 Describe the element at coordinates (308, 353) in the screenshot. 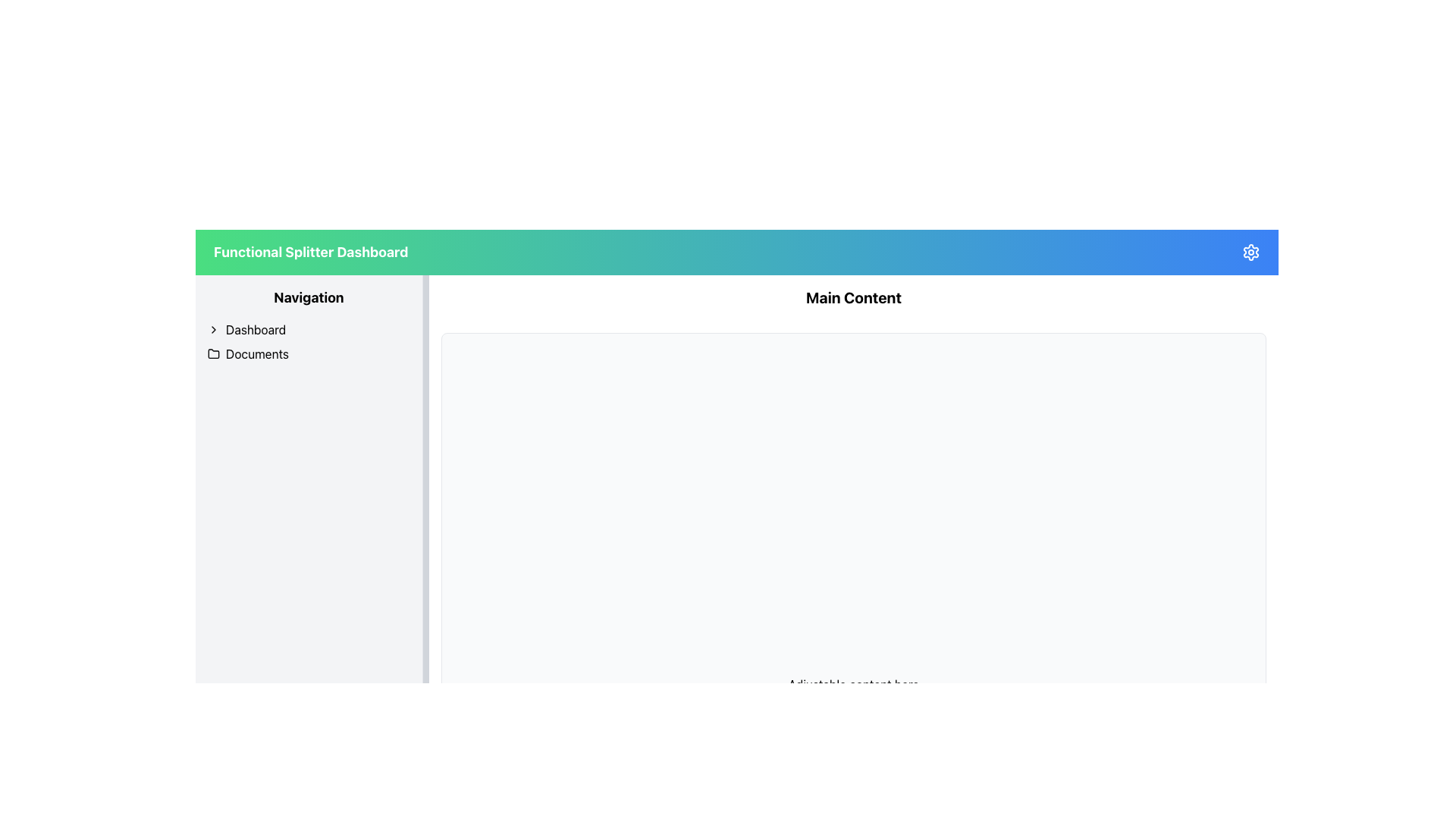

I see `the 'Documents' navigation item, which is the second item in the vertical navigation bar` at that location.